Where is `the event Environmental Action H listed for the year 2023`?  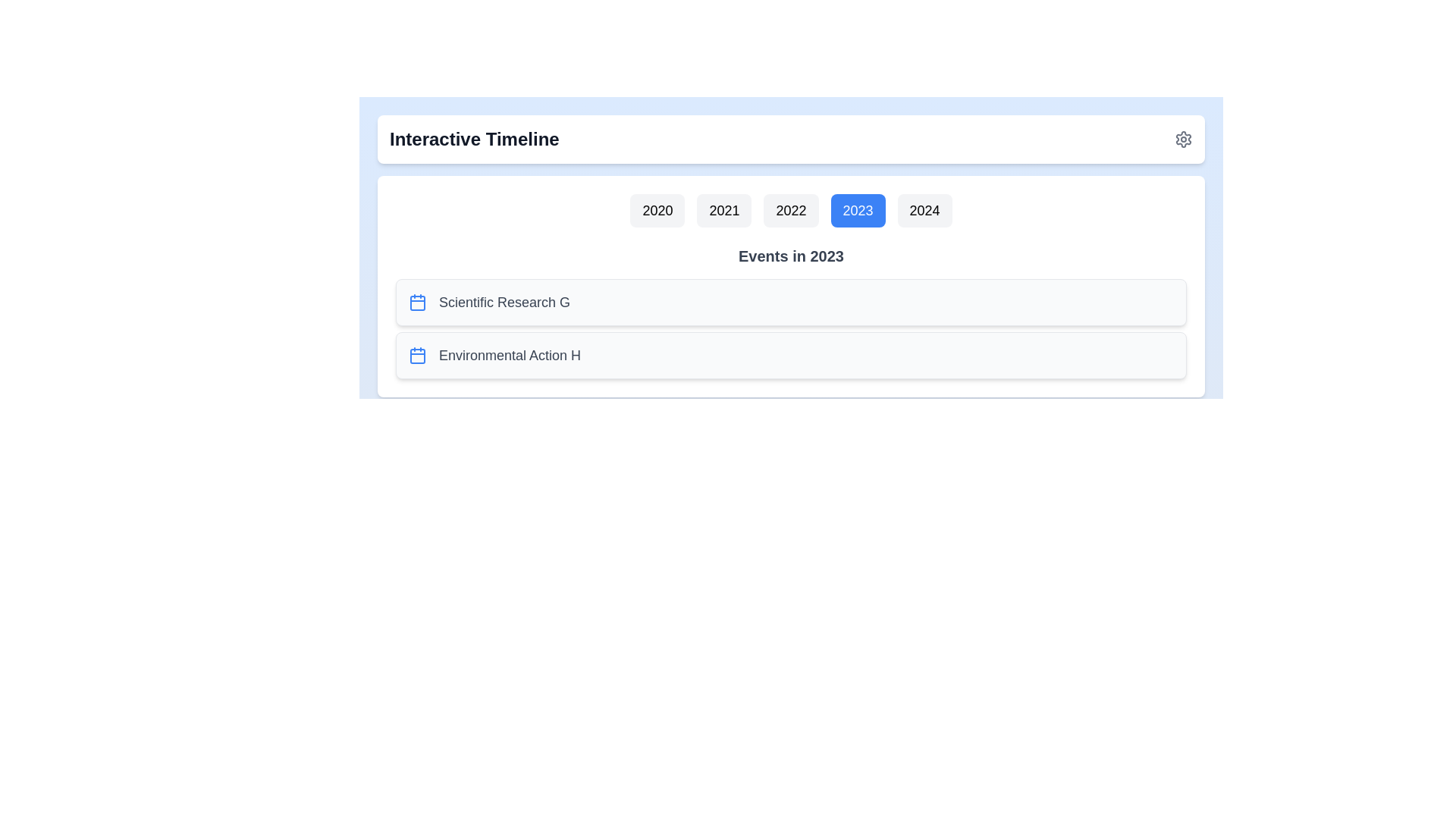 the event Environmental Action H listed for the year 2023 is located at coordinates (510, 356).